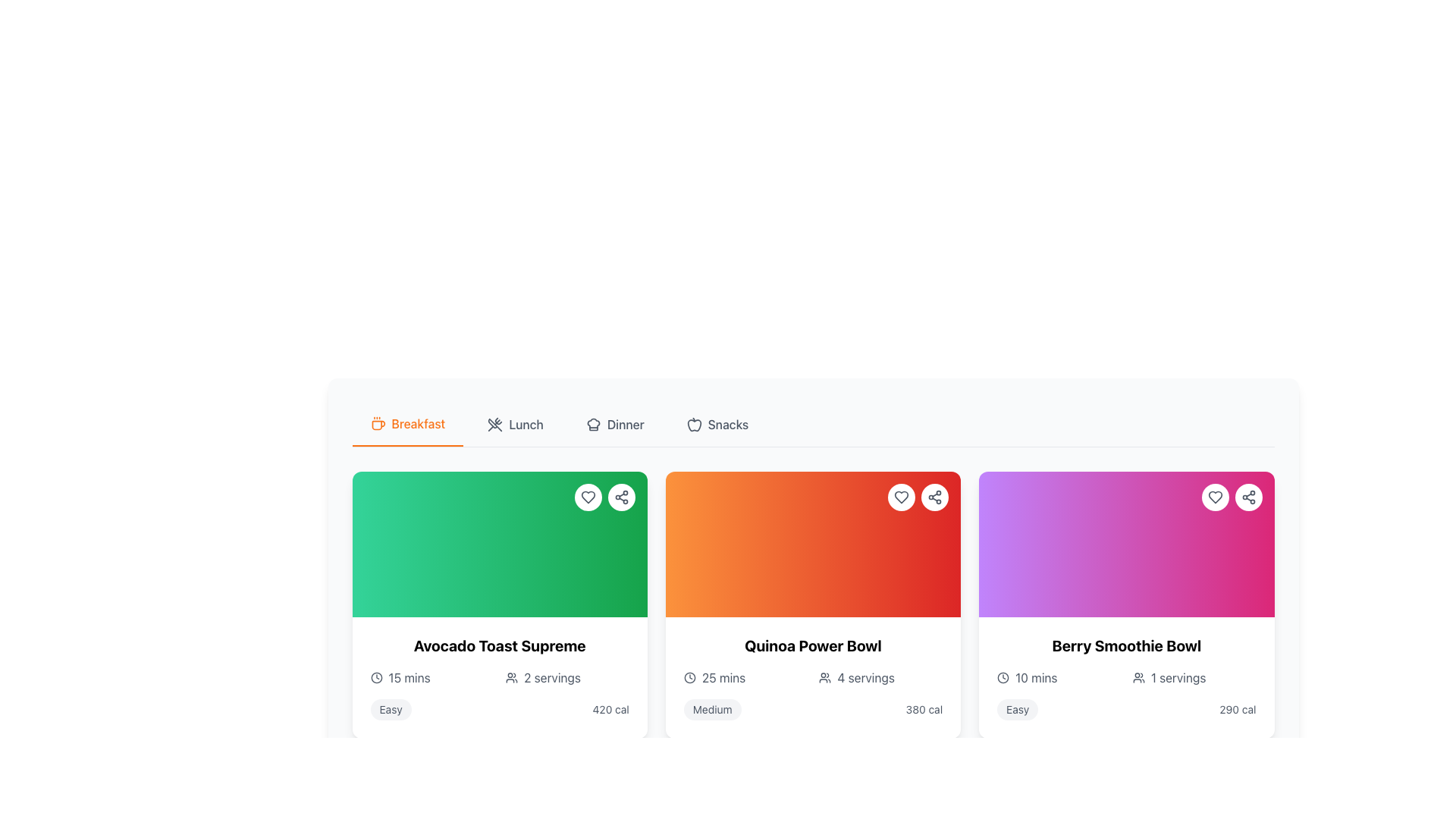  Describe the element at coordinates (934, 497) in the screenshot. I see `the sharing icon located in the top-right corner of the orange card labeled 'Quinoa Power Bowl'` at that location.